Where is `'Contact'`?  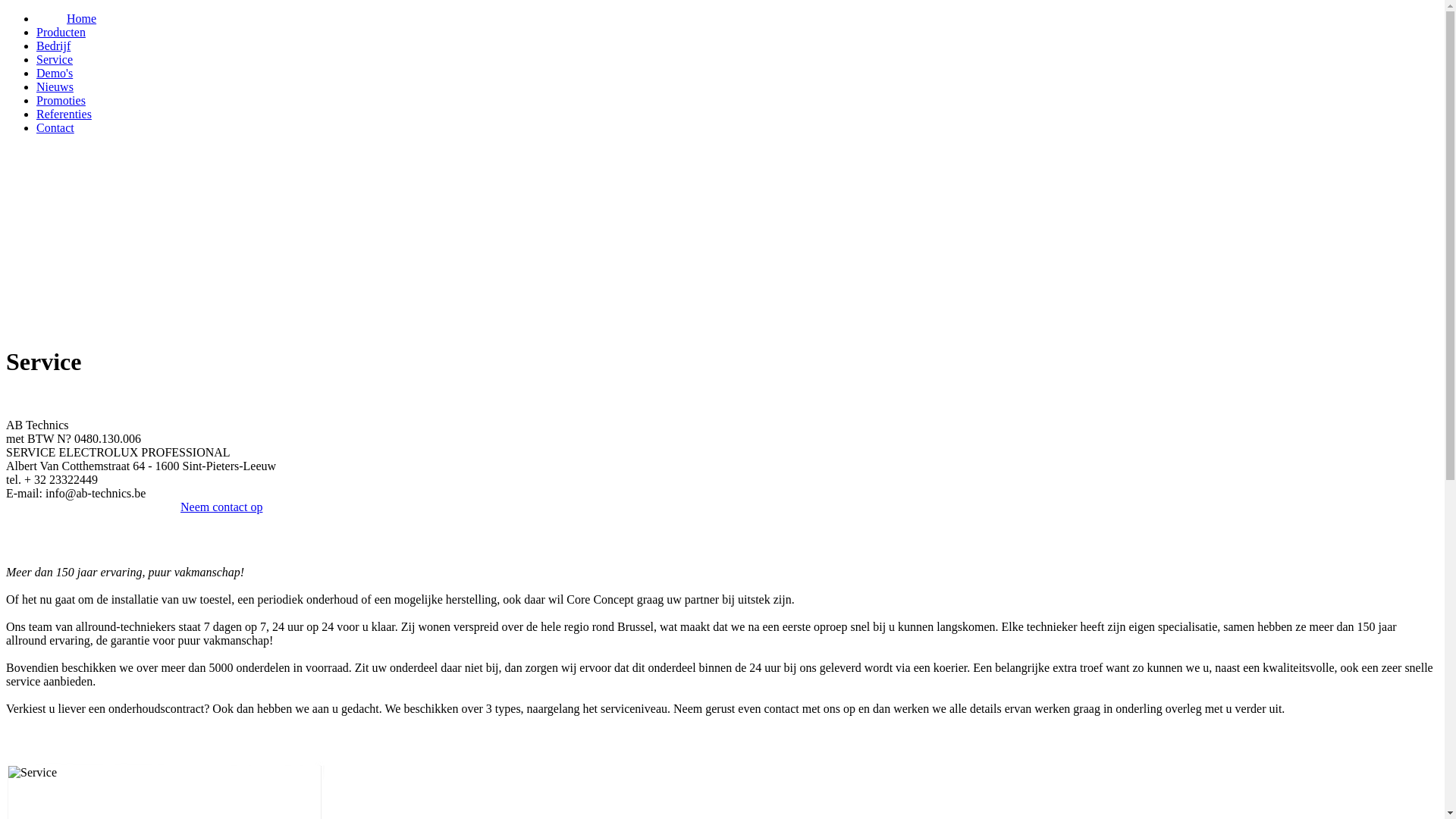 'Contact' is located at coordinates (55, 127).